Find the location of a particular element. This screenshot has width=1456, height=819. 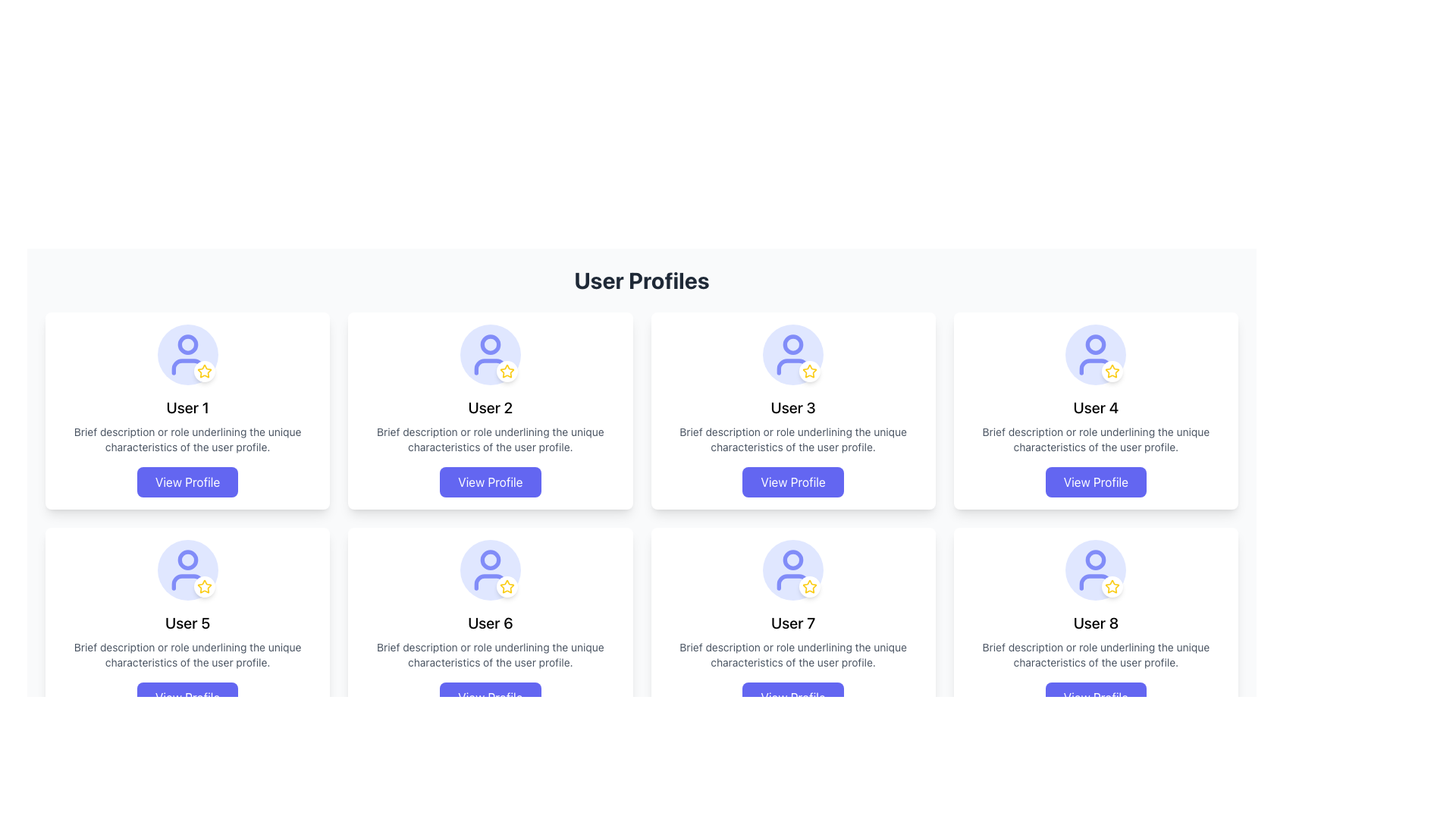

the top circular user icon with a badge located in the card labeled 'User 4' in the grid at the fourth position in the first row is located at coordinates (1096, 354).